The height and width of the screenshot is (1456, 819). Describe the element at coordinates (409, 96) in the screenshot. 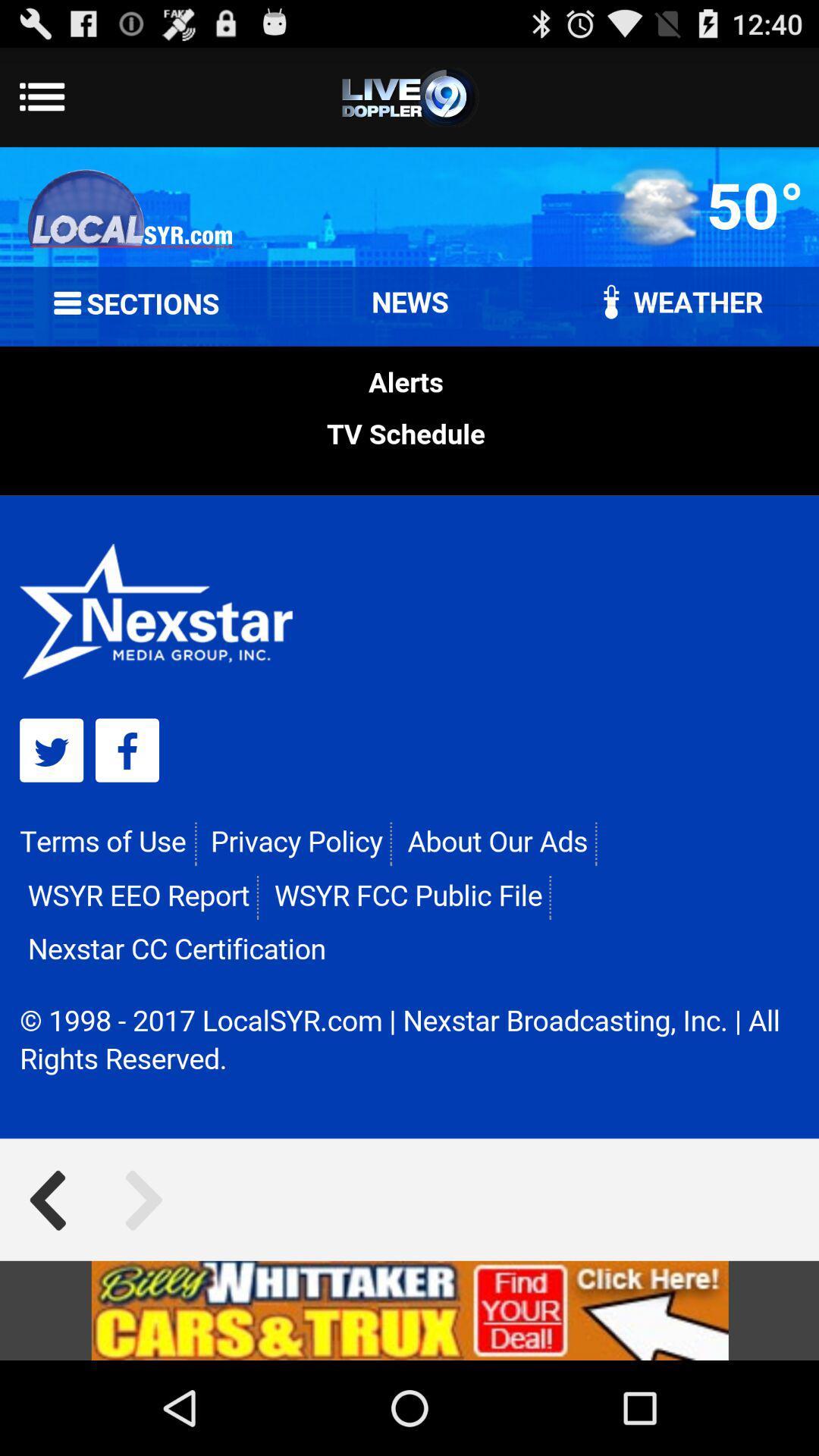

I see `menu option` at that location.